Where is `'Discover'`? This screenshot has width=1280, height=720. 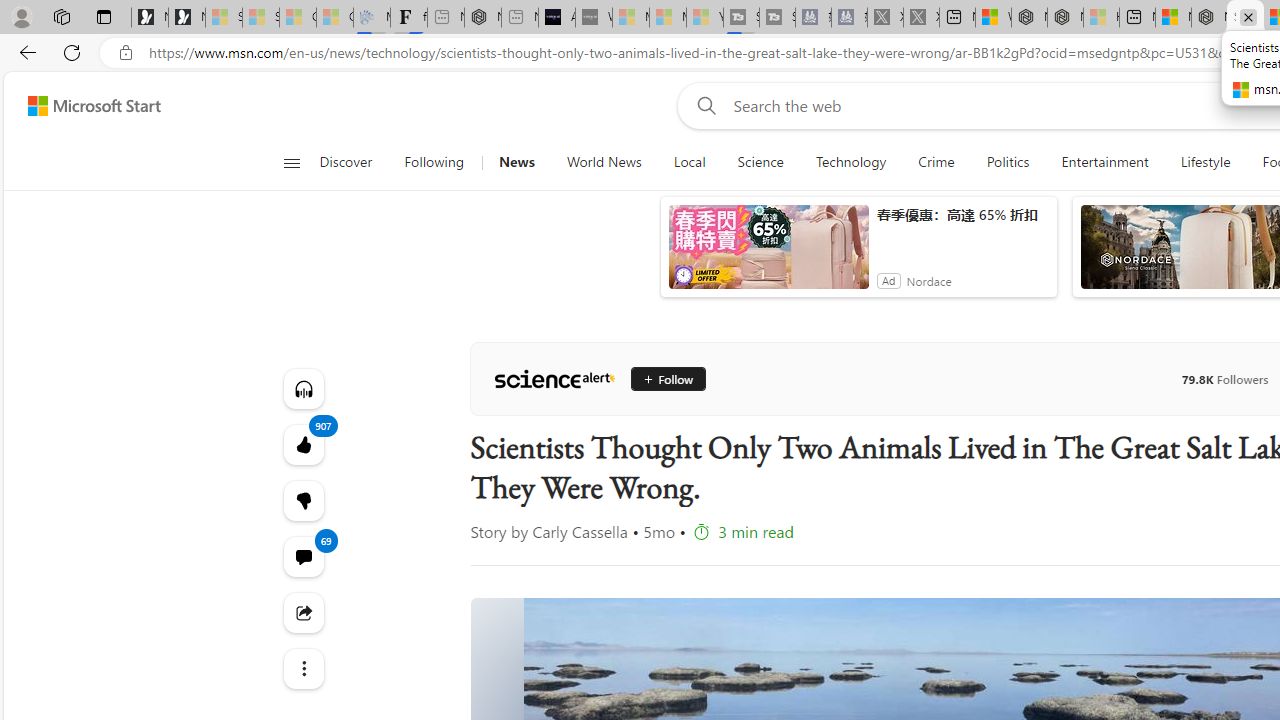
'Discover' is located at coordinates (353, 162).